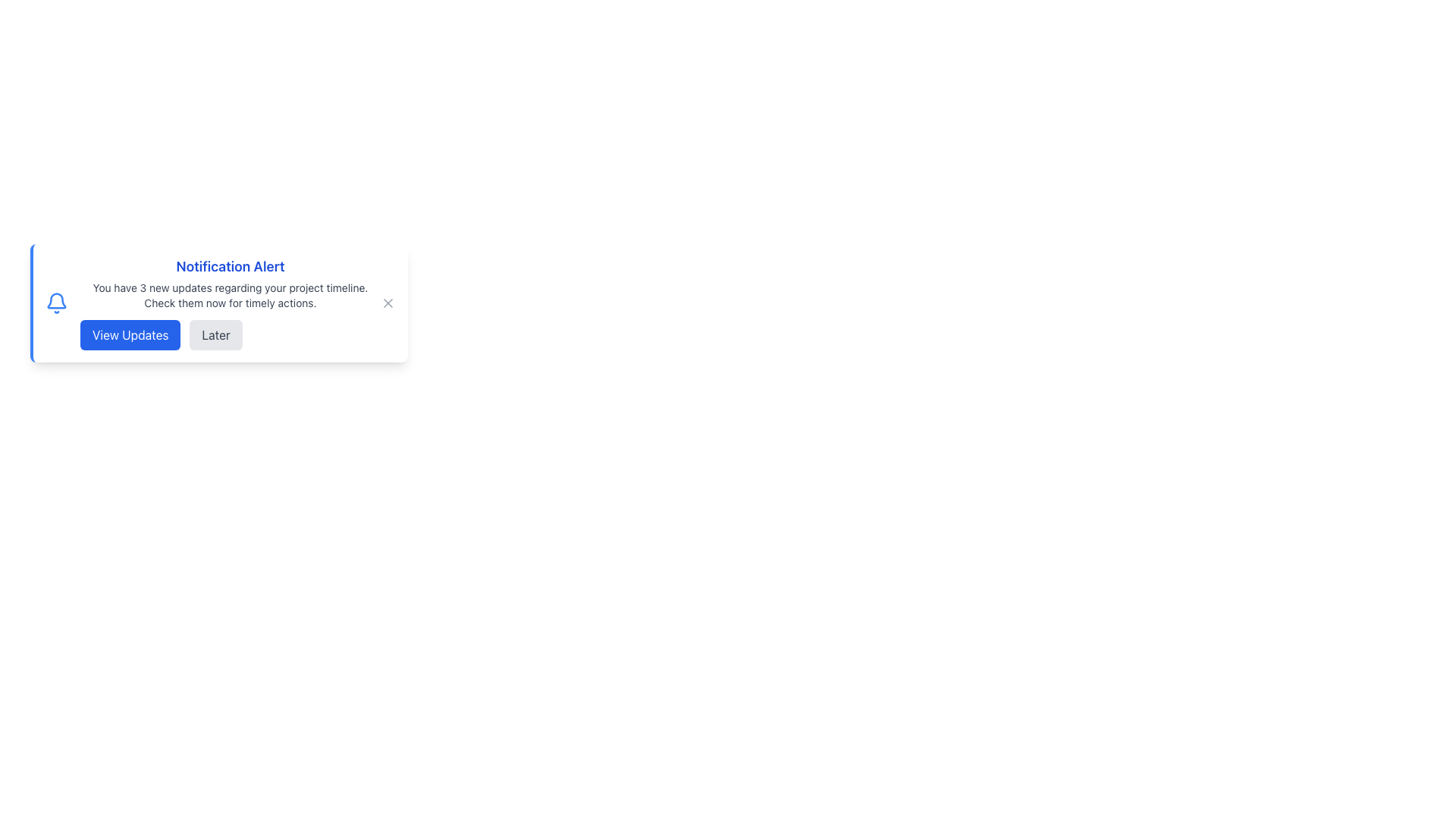  Describe the element at coordinates (215, 334) in the screenshot. I see `the second button in the horizontal button group to the right of the 'View Updates' button to defer the action` at that location.